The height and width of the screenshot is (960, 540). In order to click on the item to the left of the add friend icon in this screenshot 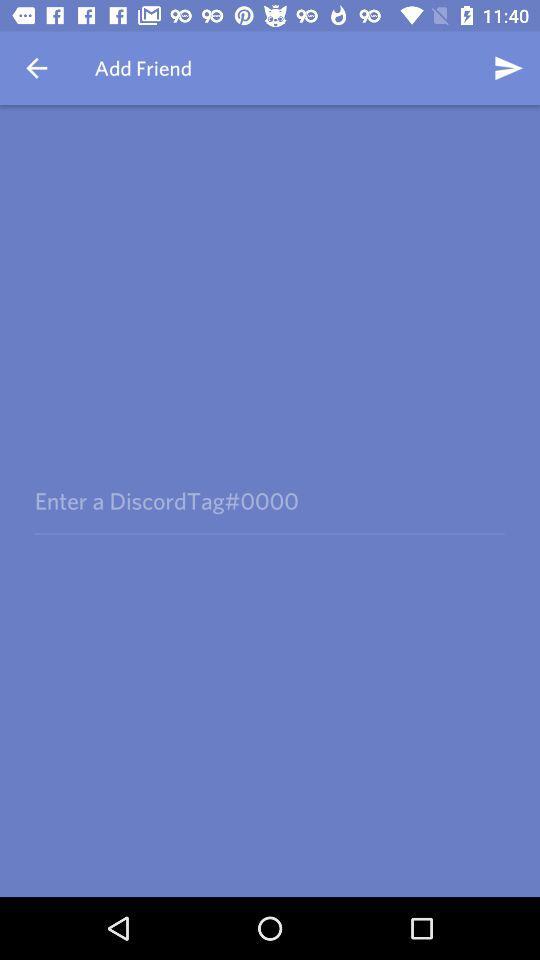, I will do `click(36, 68)`.